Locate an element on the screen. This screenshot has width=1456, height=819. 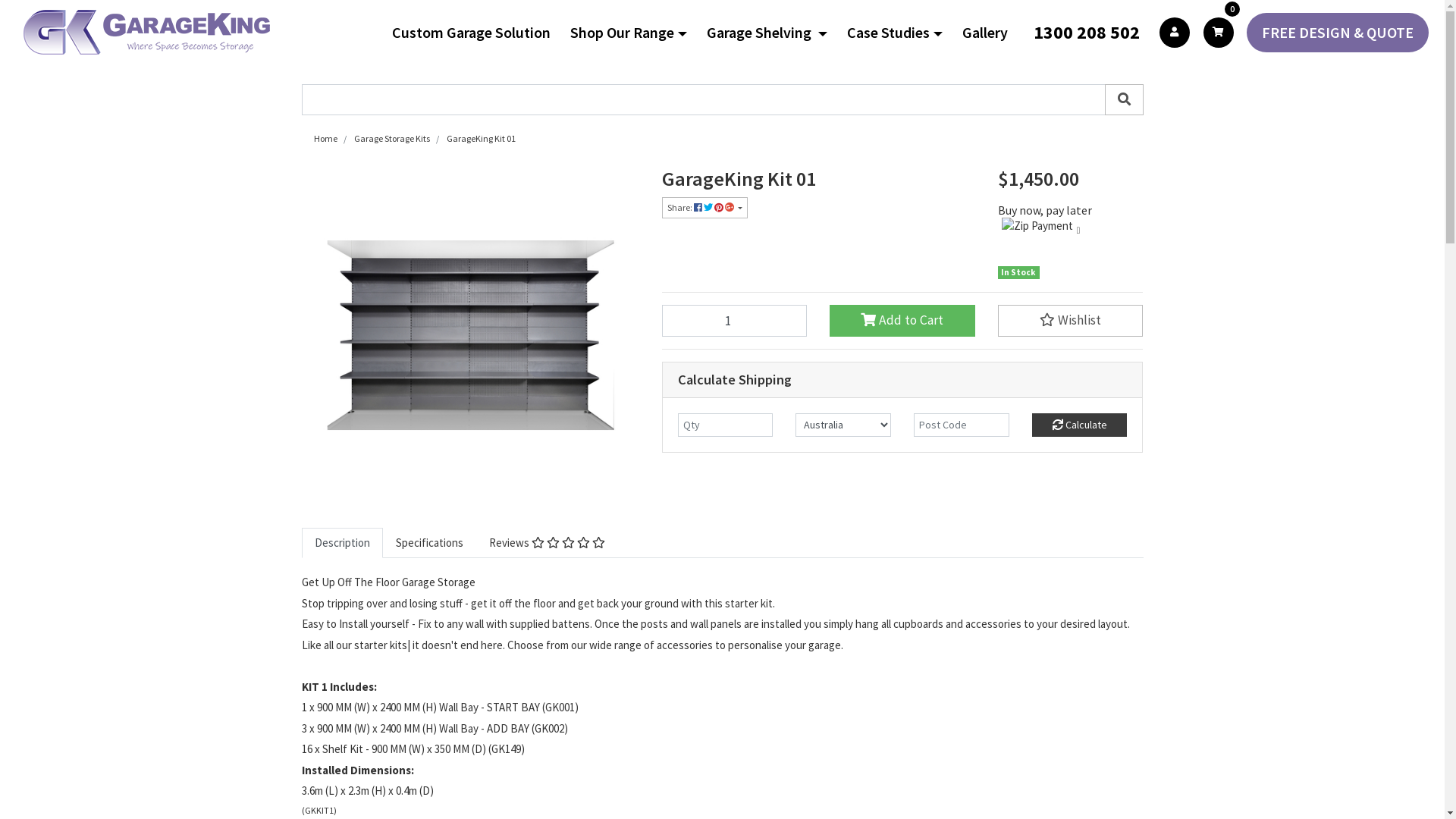
'Custom Garage Solution' is located at coordinates (476, 32).